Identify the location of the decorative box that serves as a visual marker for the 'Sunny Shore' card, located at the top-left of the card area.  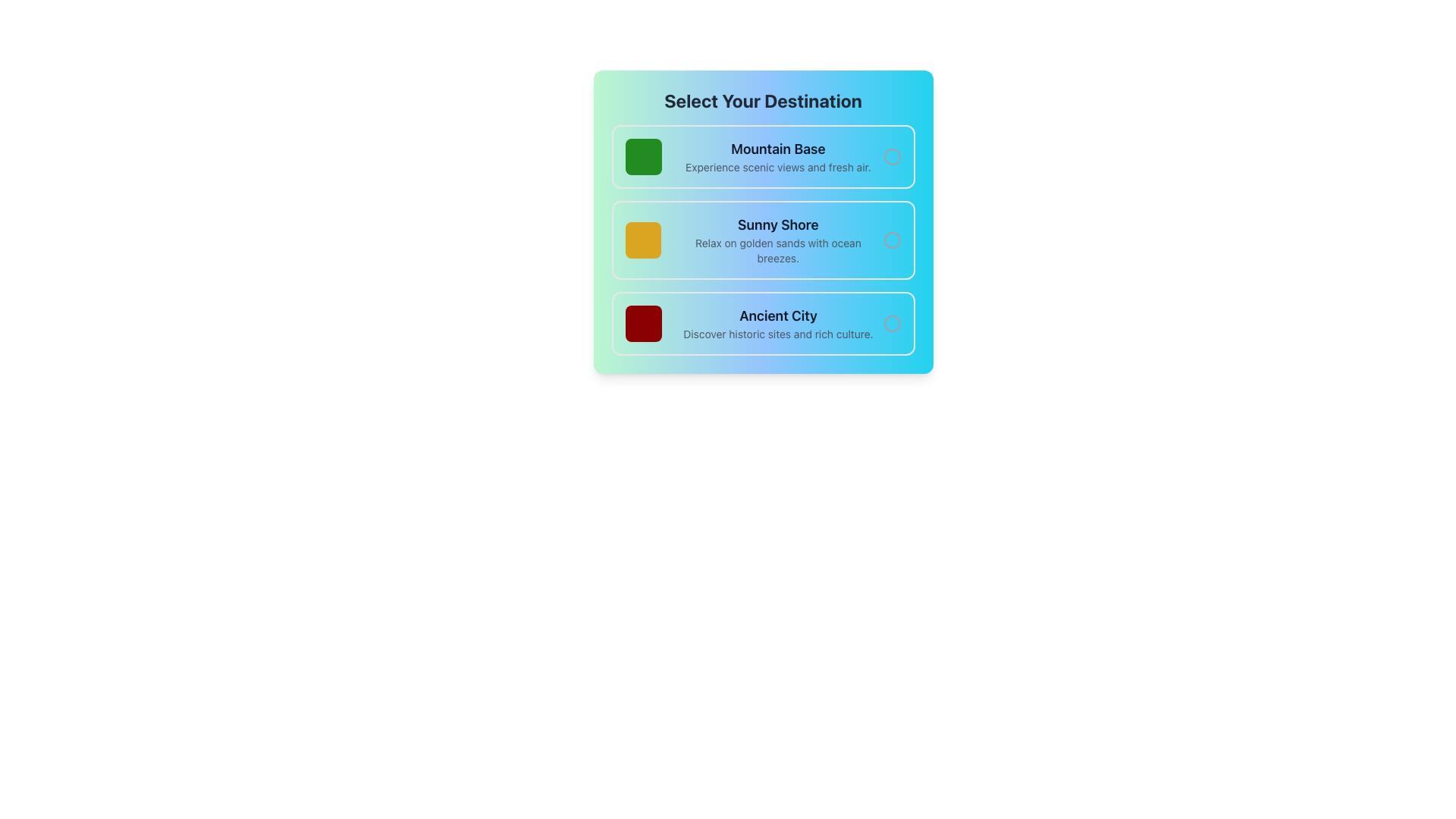
(643, 239).